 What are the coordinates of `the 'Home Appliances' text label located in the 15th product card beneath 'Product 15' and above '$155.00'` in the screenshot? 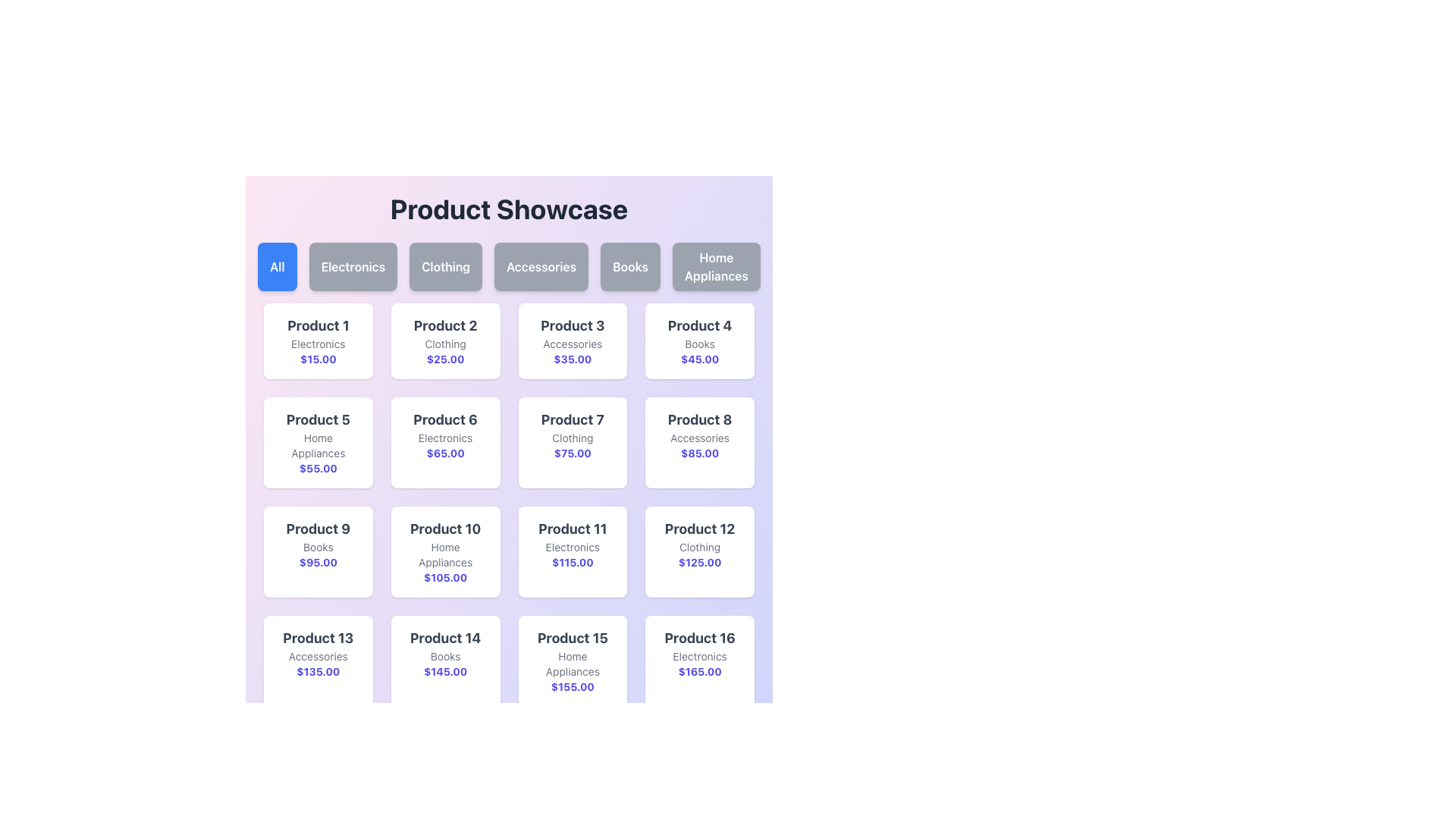 It's located at (572, 663).